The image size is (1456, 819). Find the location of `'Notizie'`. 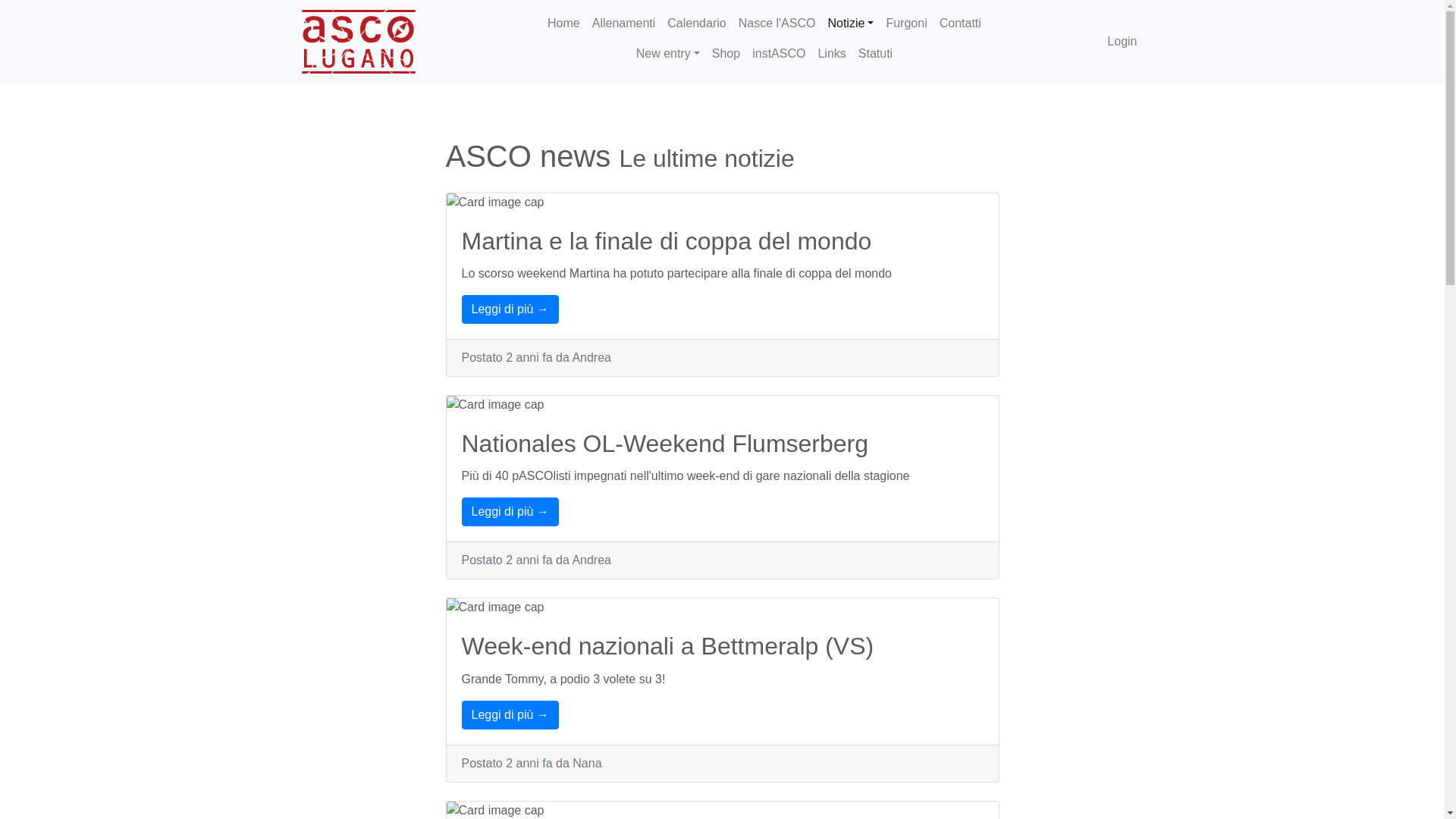

'Notizie' is located at coordinates (850, 23).